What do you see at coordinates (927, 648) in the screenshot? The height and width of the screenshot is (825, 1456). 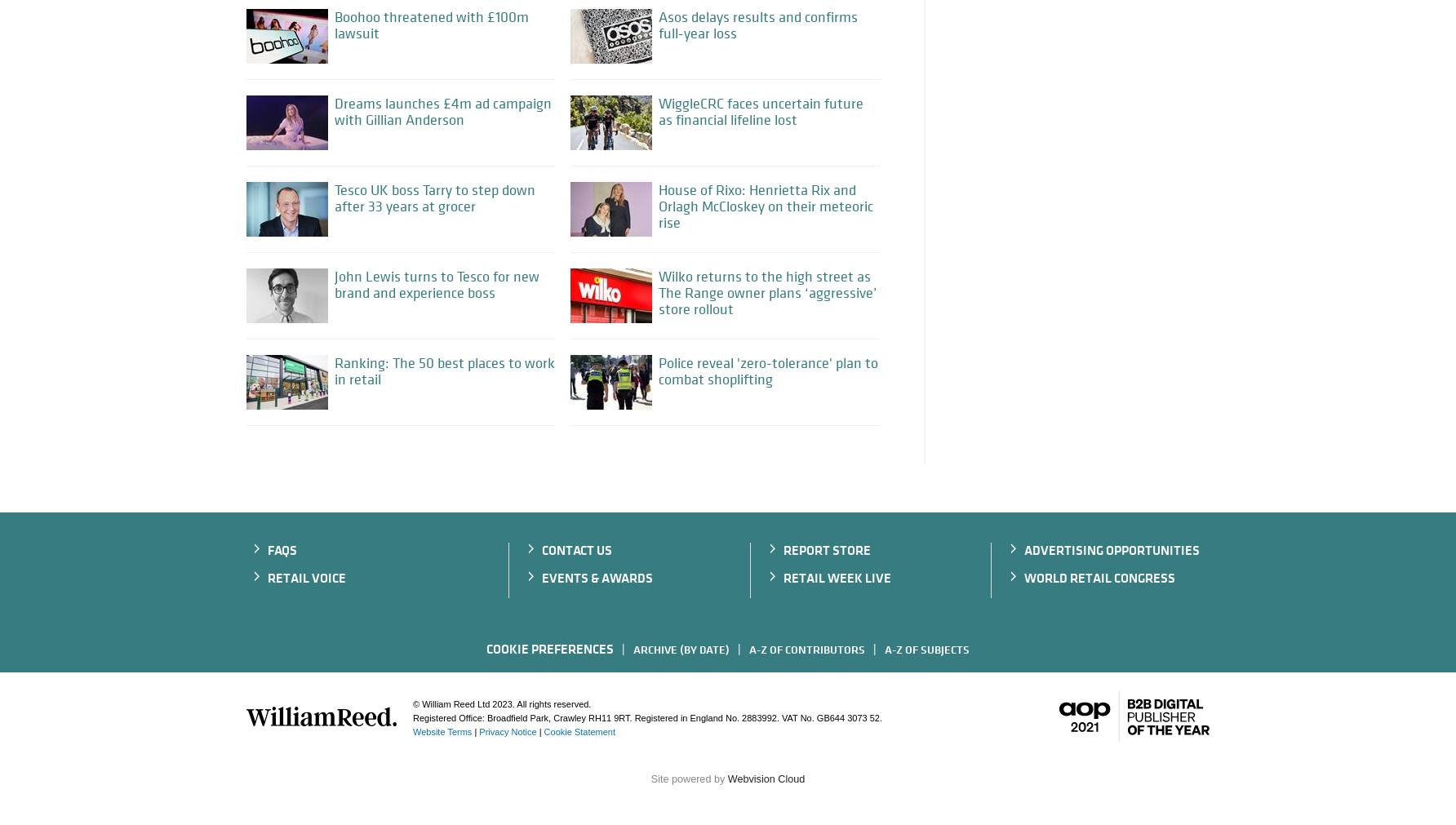 I see `'A-Z of subjects'` at bounding box center [927, 648].